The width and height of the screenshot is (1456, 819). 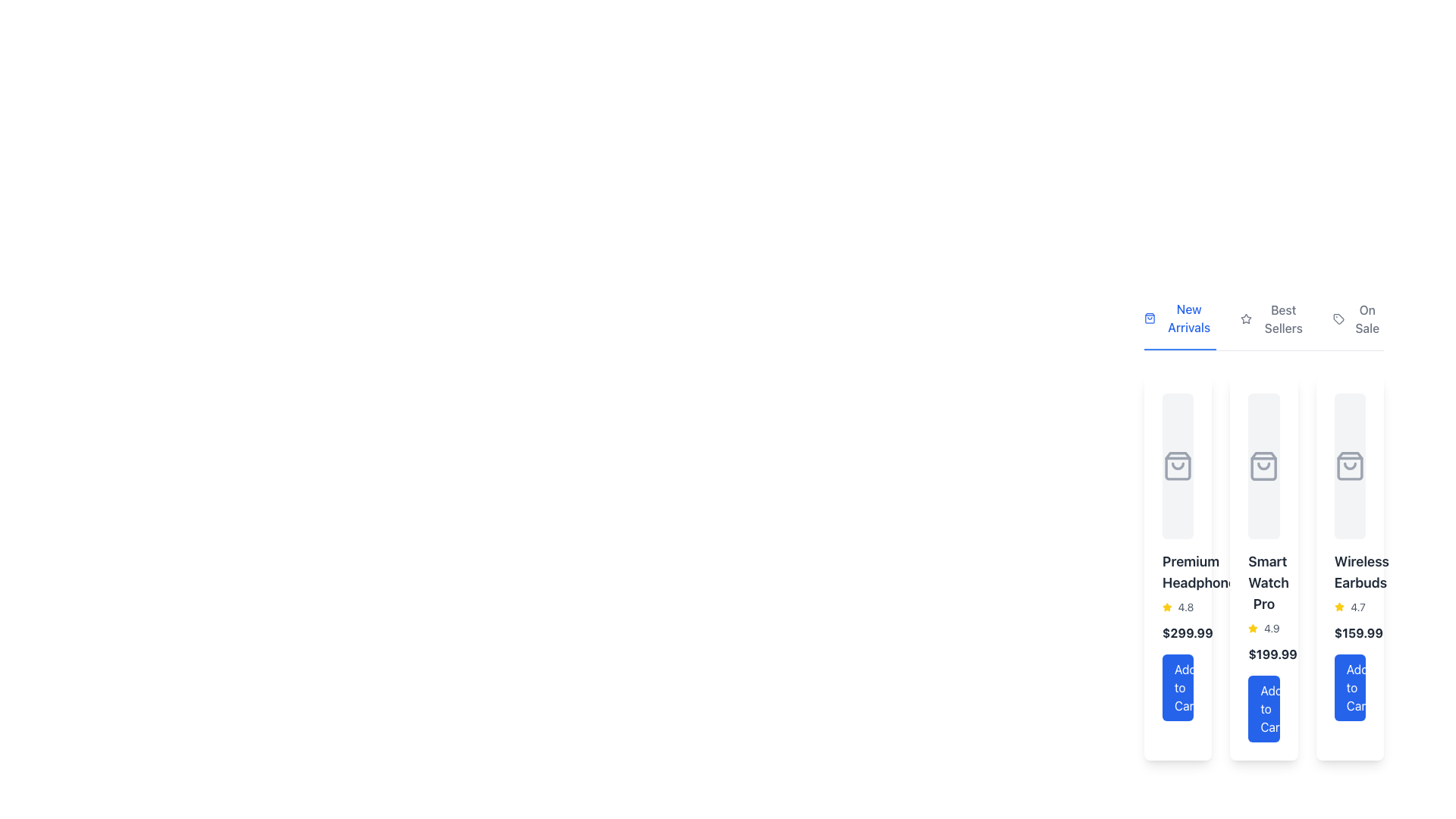 What do you see at coordinates (1350, 607) in the screenshot?
I see `the details of the star icon representing the user rating for the 'Wireless Earbuds' product, located beneath the title and above the price segment` at bounding box center [1350, 607].